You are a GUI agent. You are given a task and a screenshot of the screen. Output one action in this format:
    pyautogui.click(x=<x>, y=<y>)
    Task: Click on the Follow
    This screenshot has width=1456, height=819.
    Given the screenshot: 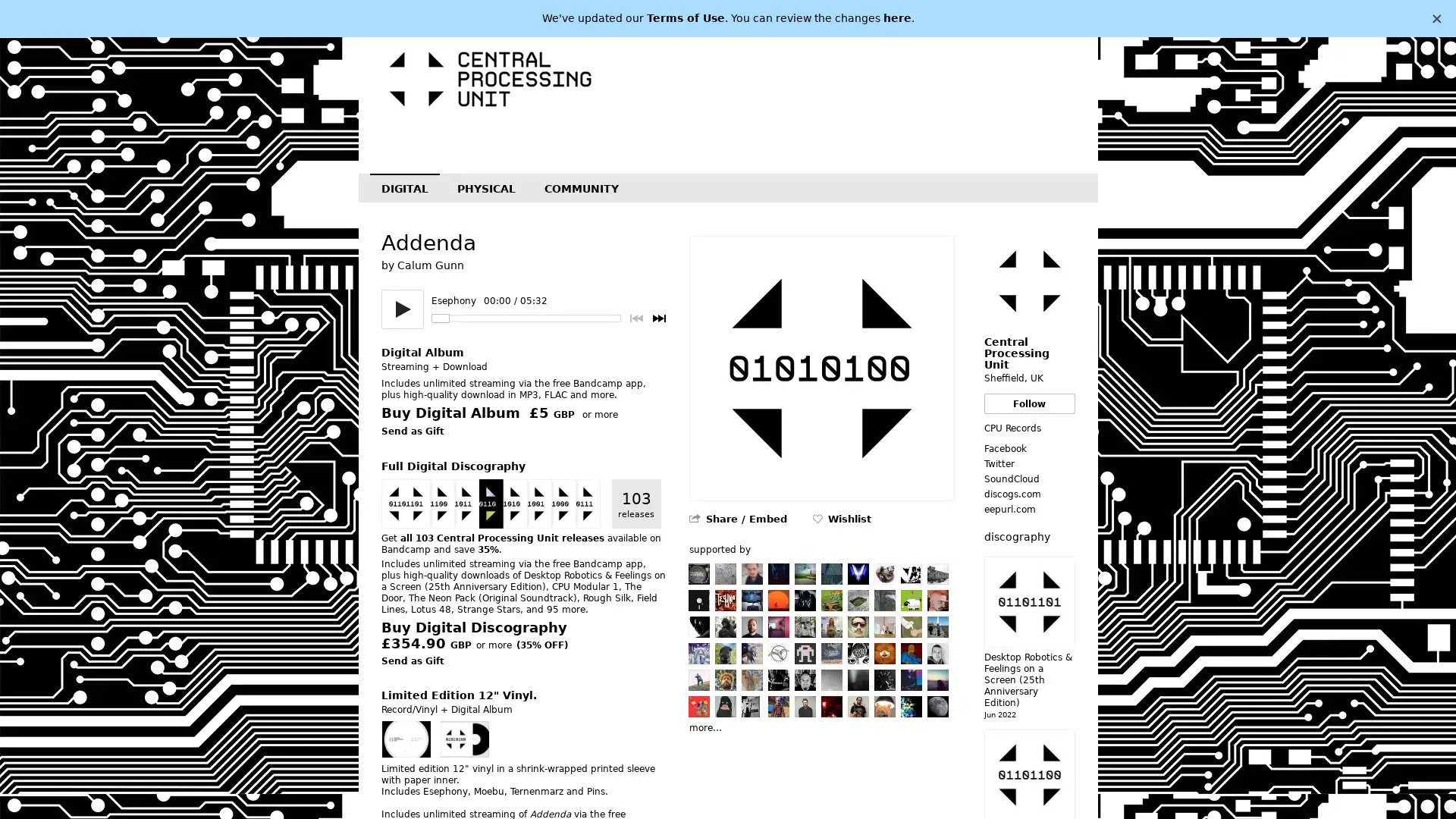 What is the action you would take?
    pyautogui.click(x=1029, y=403)
    